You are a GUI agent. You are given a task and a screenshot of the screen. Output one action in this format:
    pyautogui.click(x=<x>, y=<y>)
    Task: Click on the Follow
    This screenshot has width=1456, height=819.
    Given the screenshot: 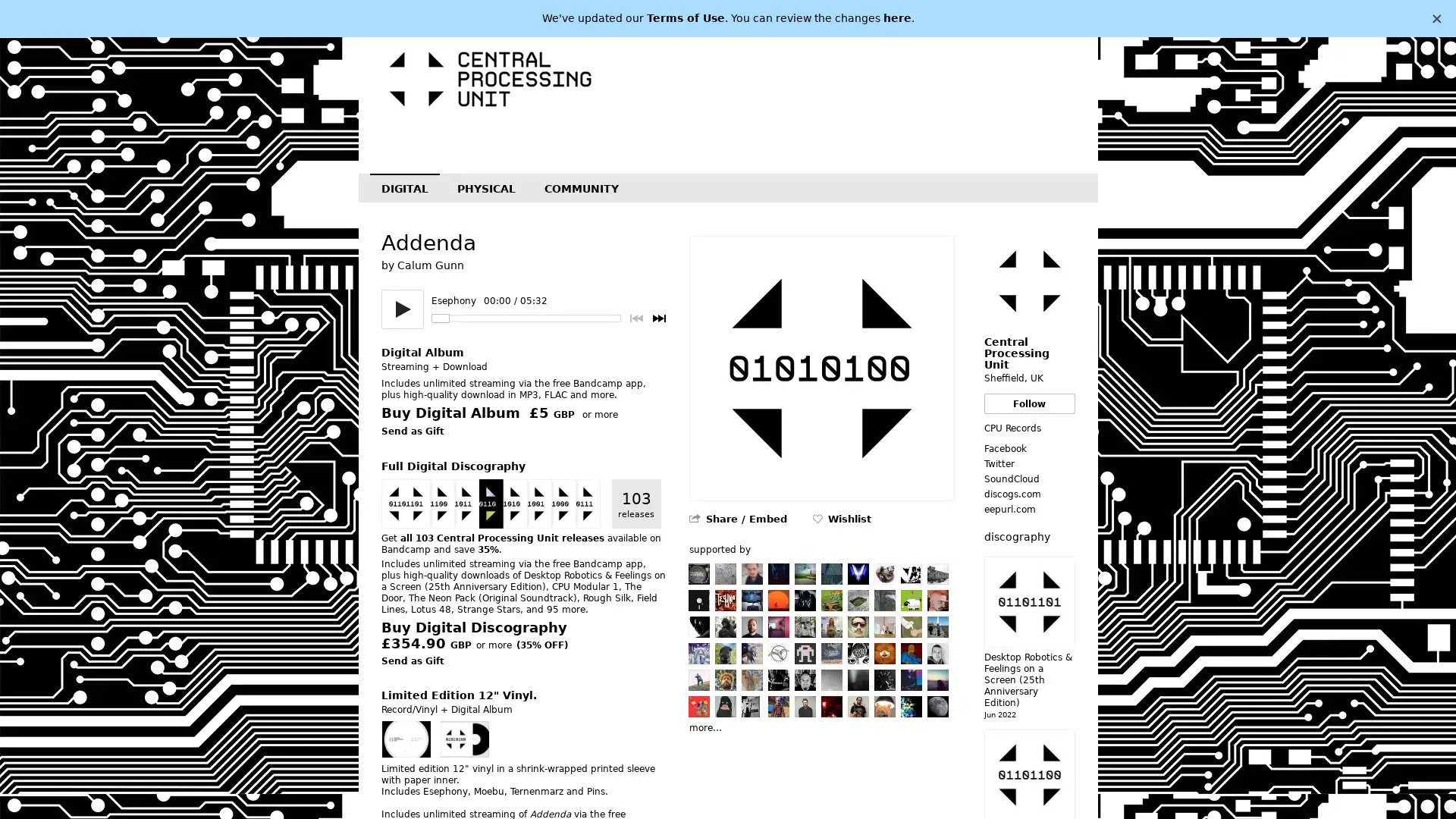 What is the action you would take?
    pyautogui.click(x=1029, y=403)
    